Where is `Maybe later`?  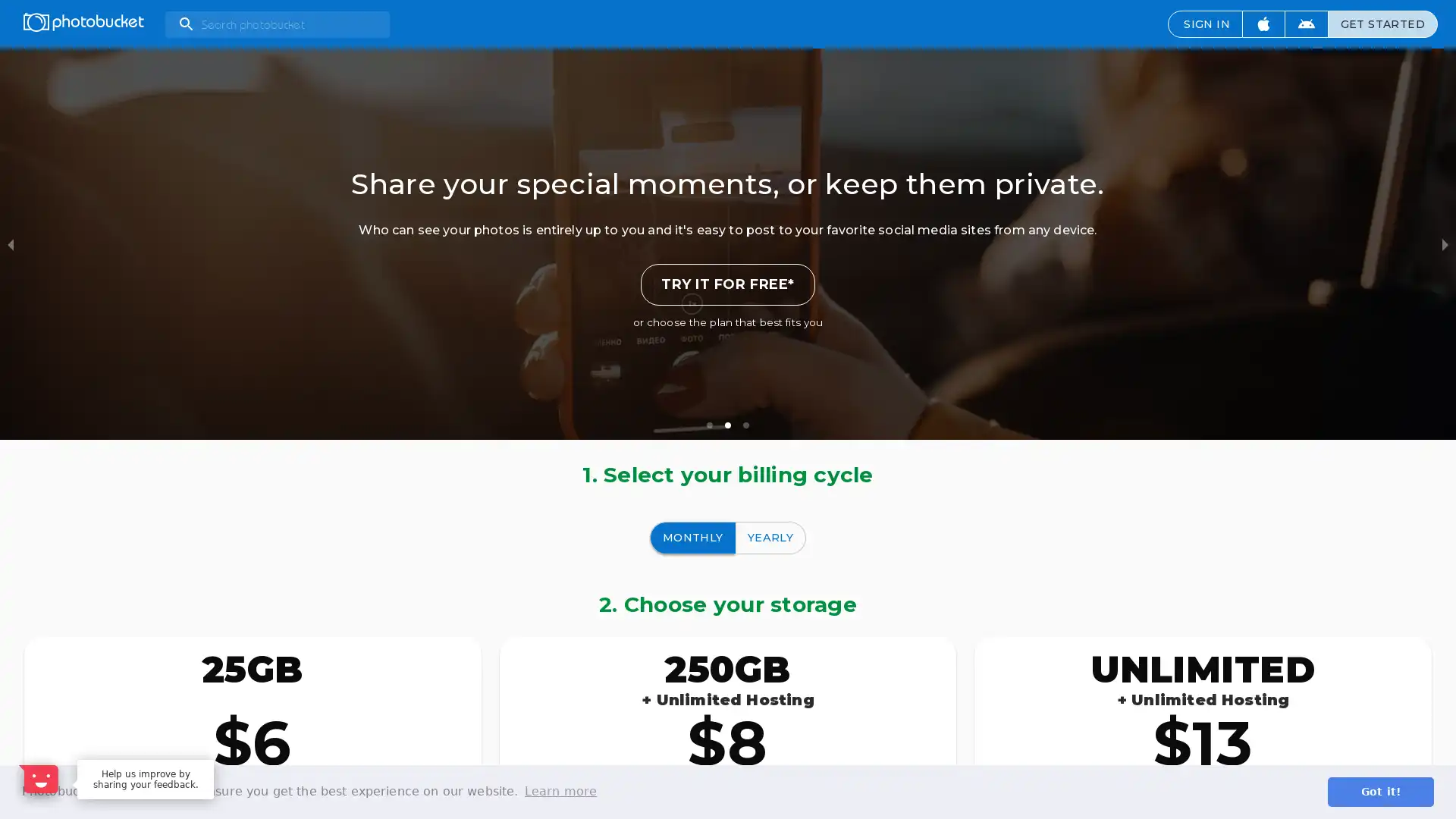
Maybe later is located at coordinates (1237, 759).